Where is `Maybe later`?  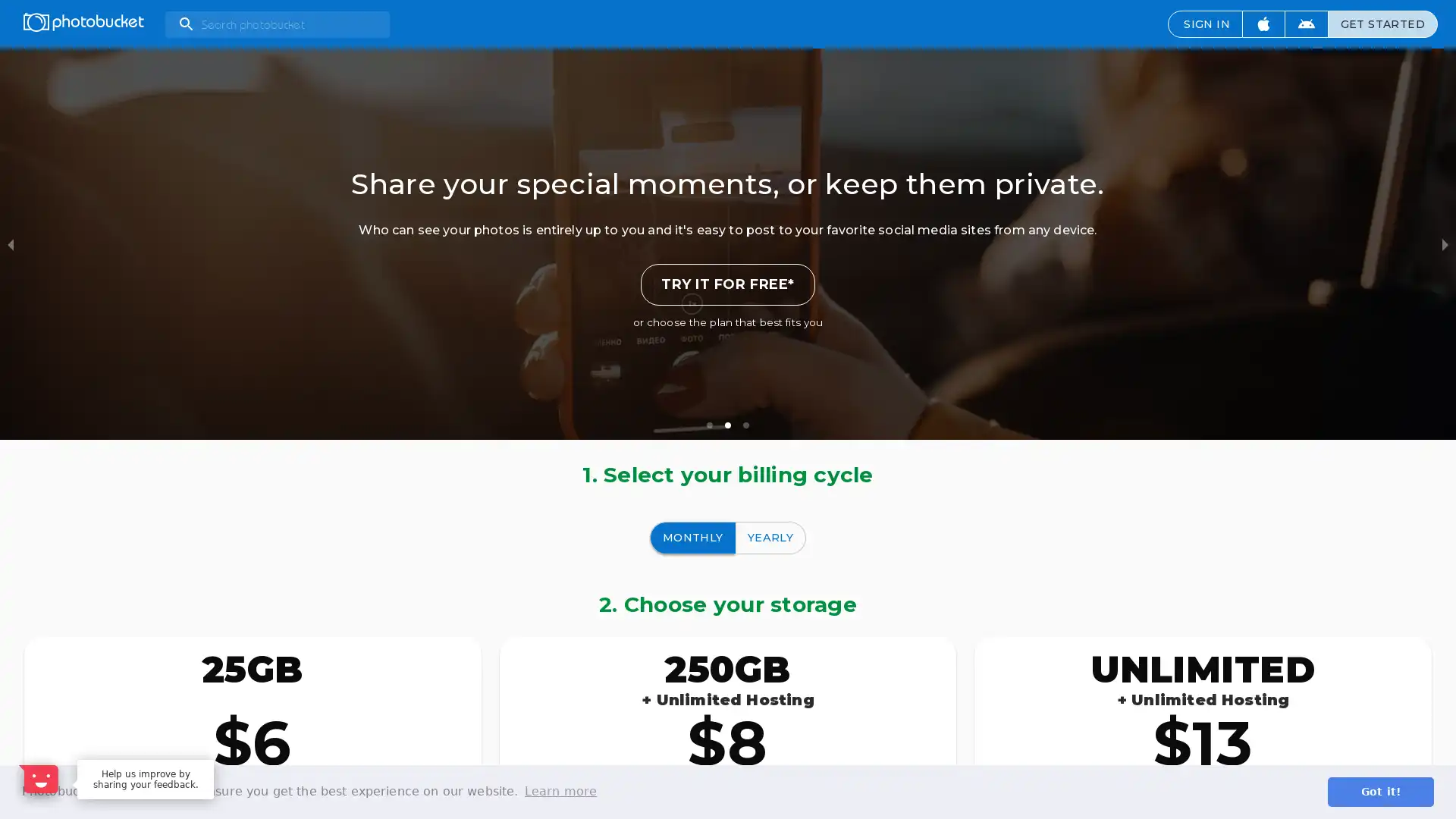
Maybe later is located at coordinates (1237, 759).